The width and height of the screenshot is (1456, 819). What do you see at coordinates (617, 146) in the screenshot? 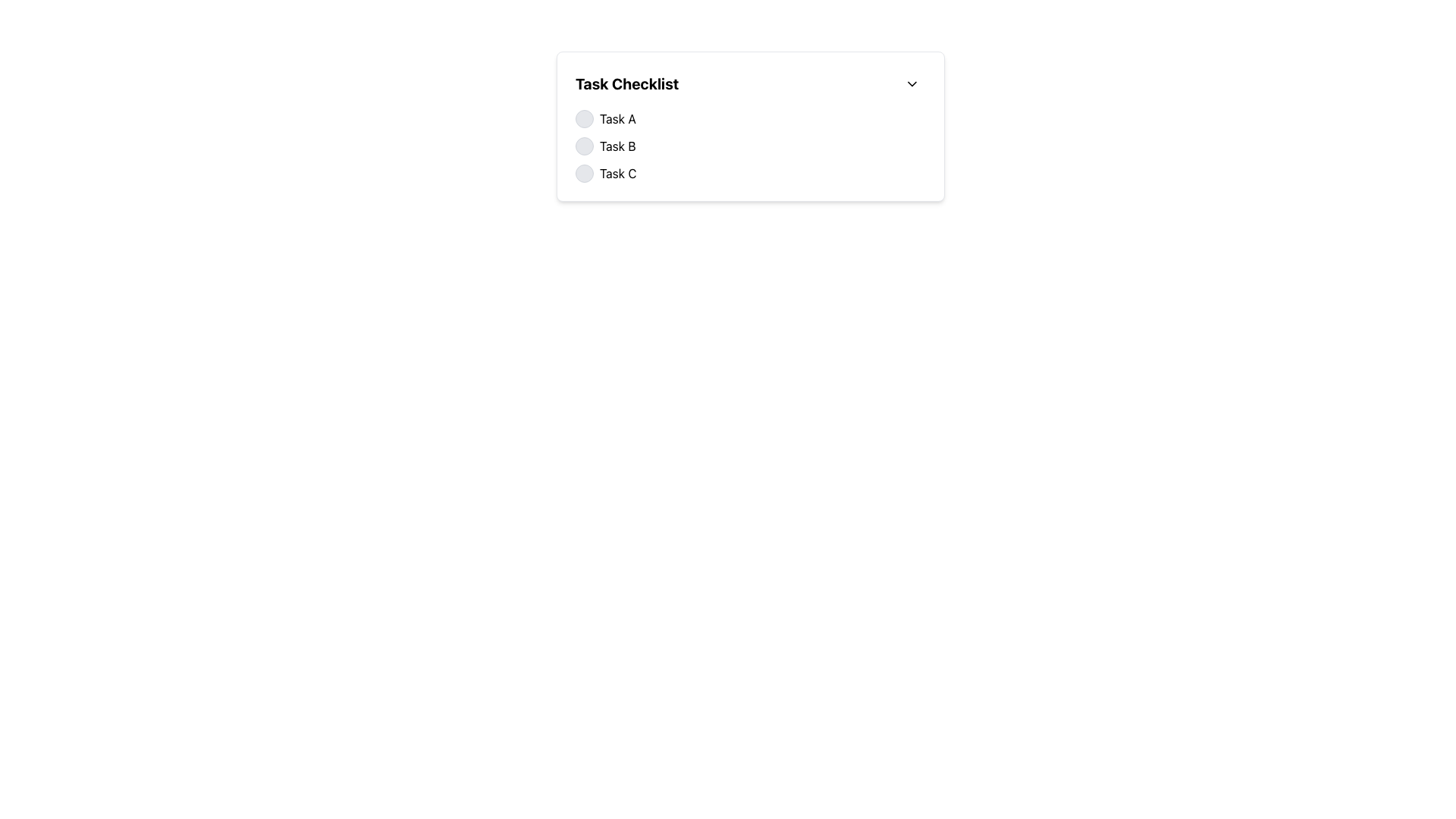
I see `text label 'Task B' which is the second item in the vertical task list within the 'Task Checklist' card` at bounding box center [617, 146].